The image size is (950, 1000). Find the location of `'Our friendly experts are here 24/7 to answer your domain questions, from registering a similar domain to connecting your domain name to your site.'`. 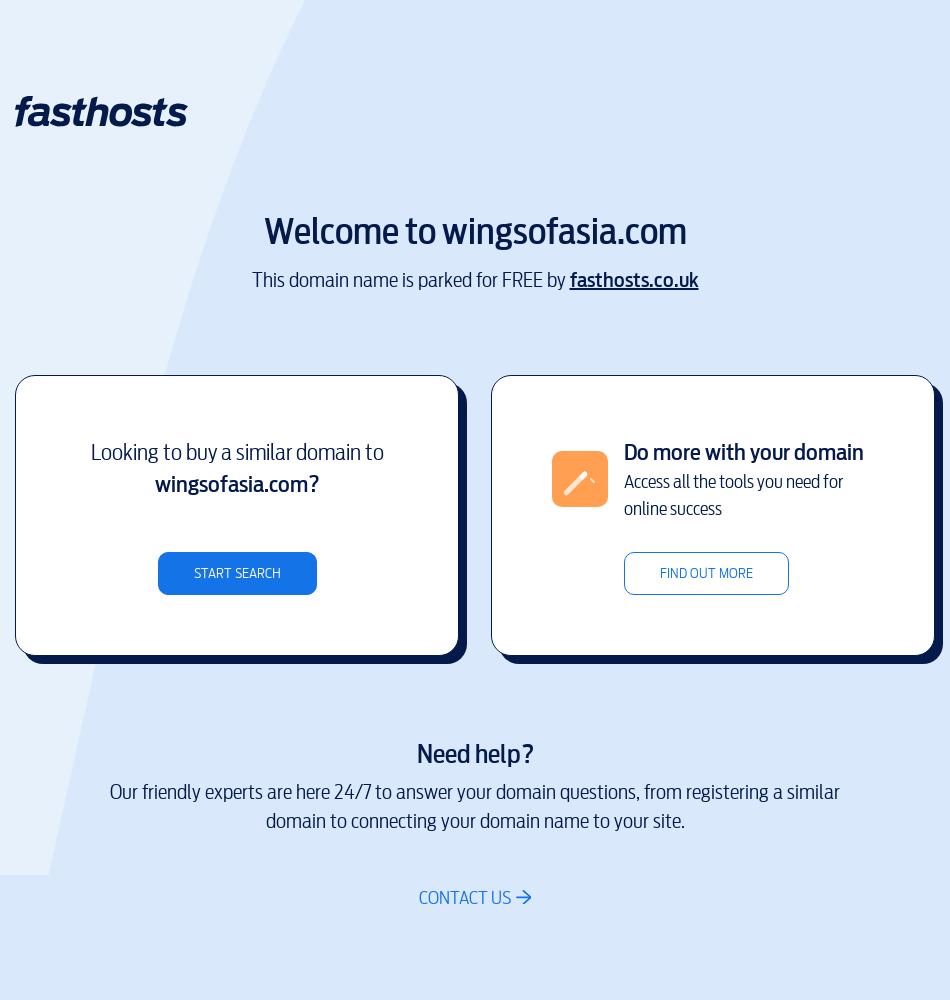

'Our friendly experts are here 24/7 to answer your domain questions, from registering a similar domain to connecting your domain name to your site.' is located at coordinates (475, 807).